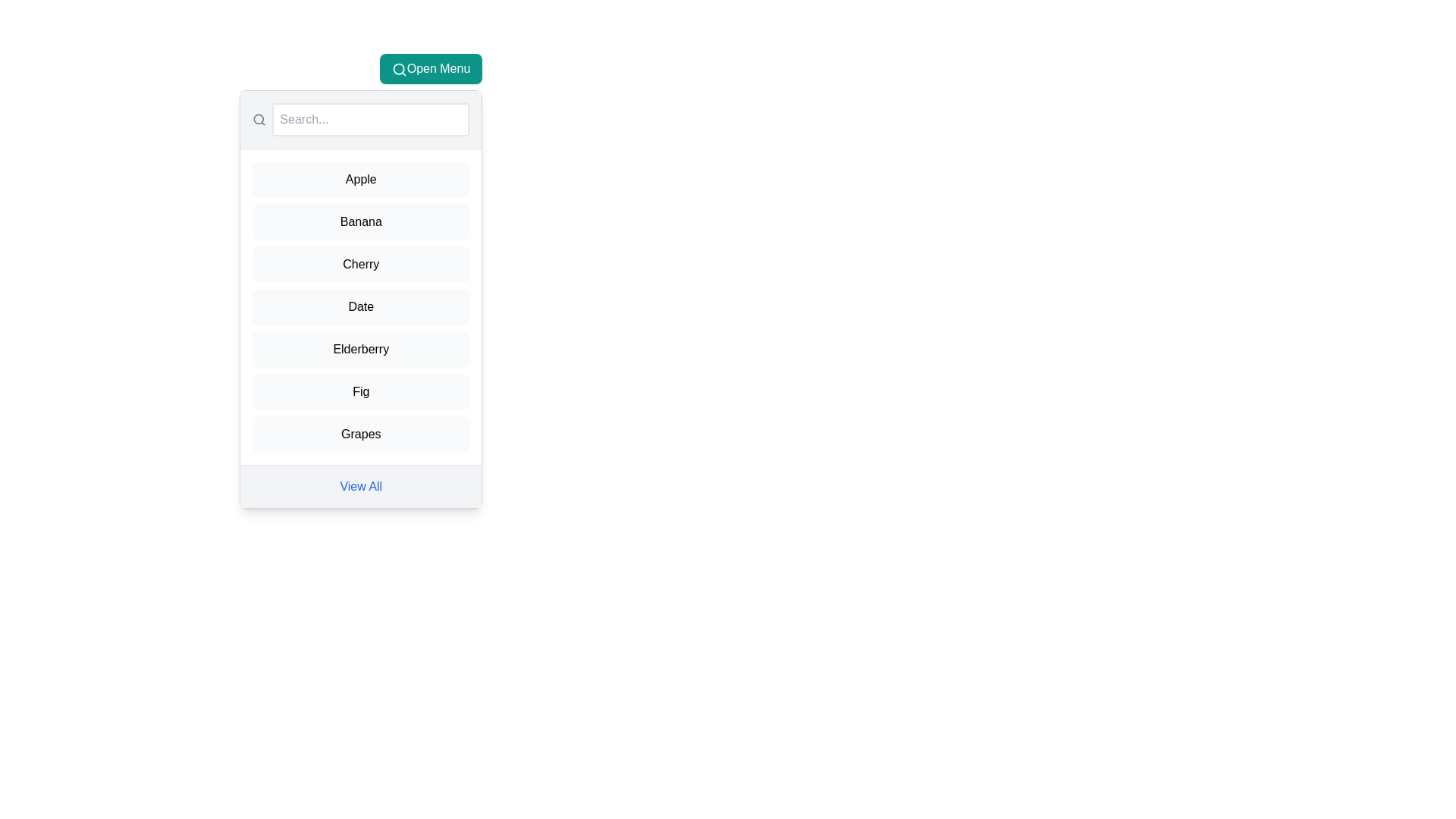  What do you see at coordinates (359, 222) in the screenshot?
I see `the selectable item in the list labeled 'Banana'` at bounding box center [359, 222].